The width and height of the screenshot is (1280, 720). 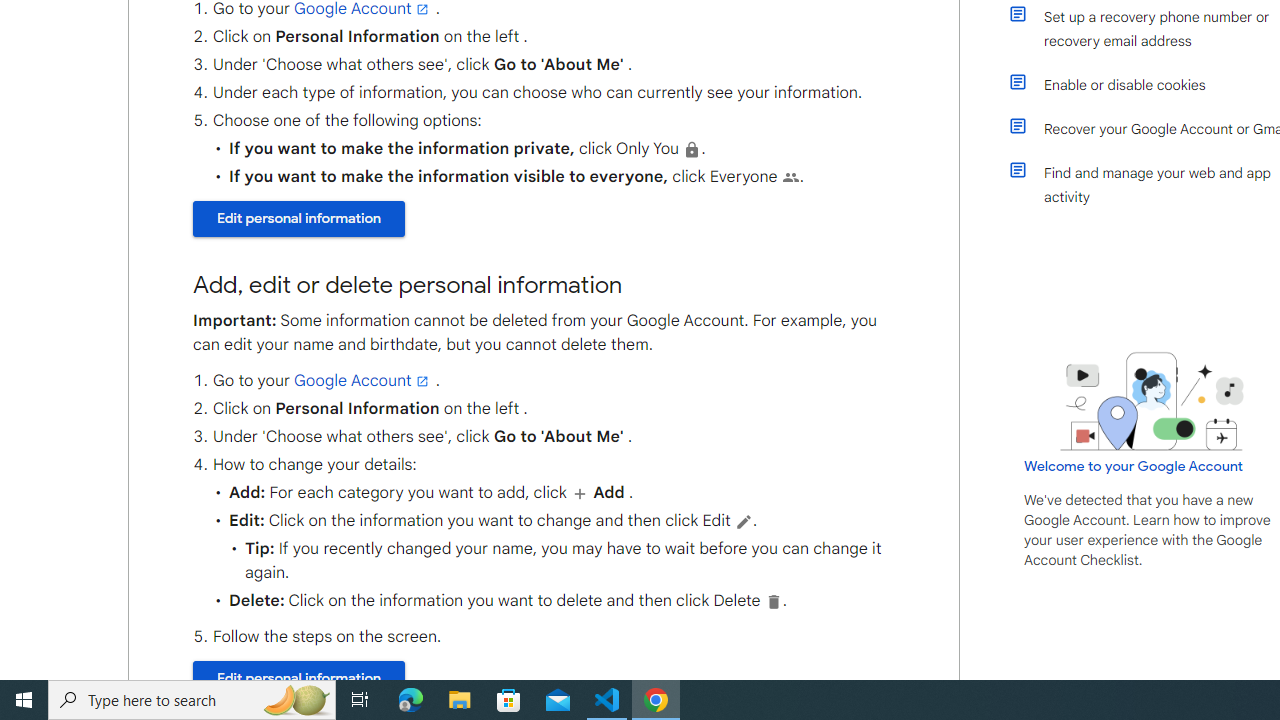 What do you see at coordinates (1134, 466) in the screenshot?
I see `'Welcome to your Google Account'` at bounding box center [1134, 466].